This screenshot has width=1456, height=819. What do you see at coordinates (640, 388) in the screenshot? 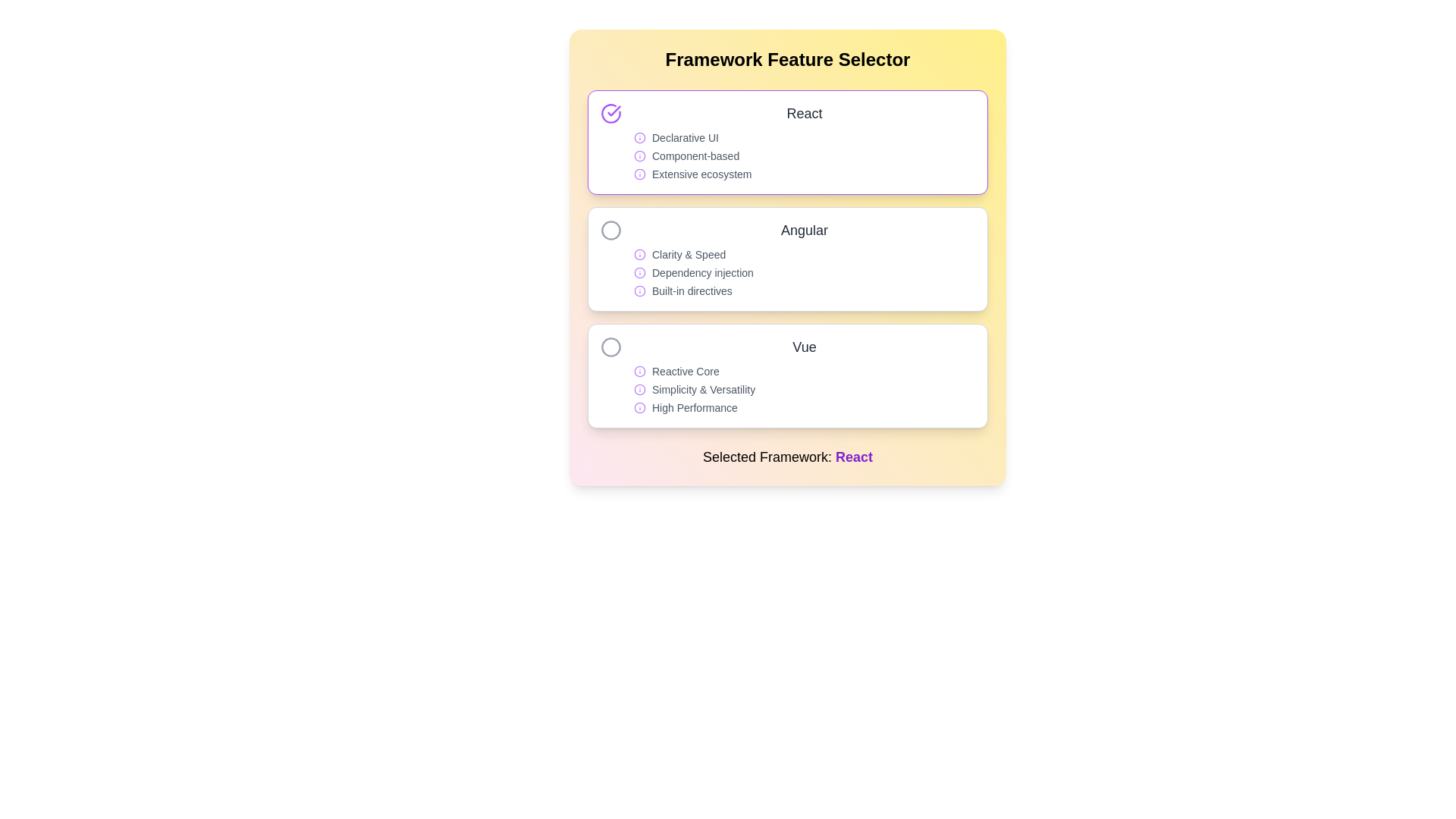
I see `the circular icon with a purple stroke located immediately to the left of the text 'Simplicity & Versatility' in the third option group labeled 'Vue'` at bounding box center [640, 388].